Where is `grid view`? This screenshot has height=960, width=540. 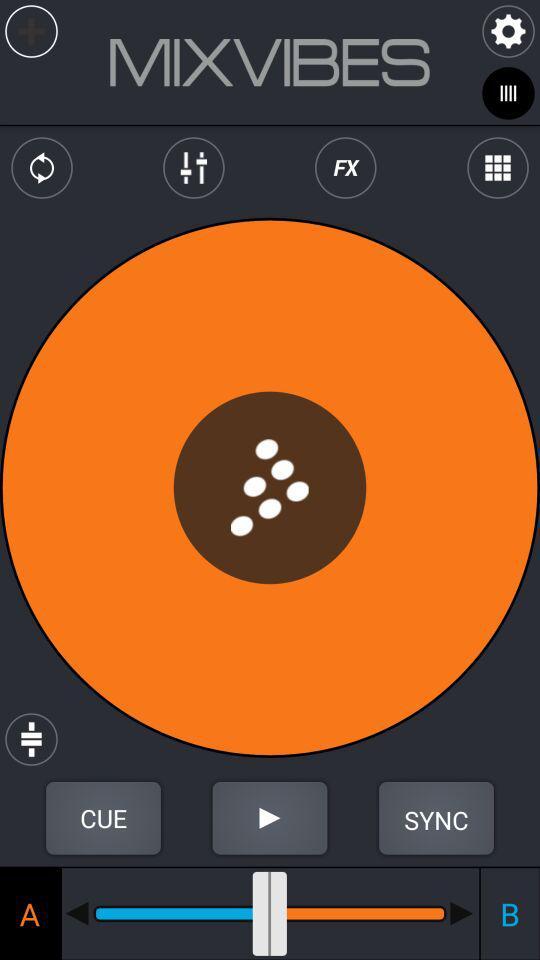
grid view is located at coordinates (496, 167).